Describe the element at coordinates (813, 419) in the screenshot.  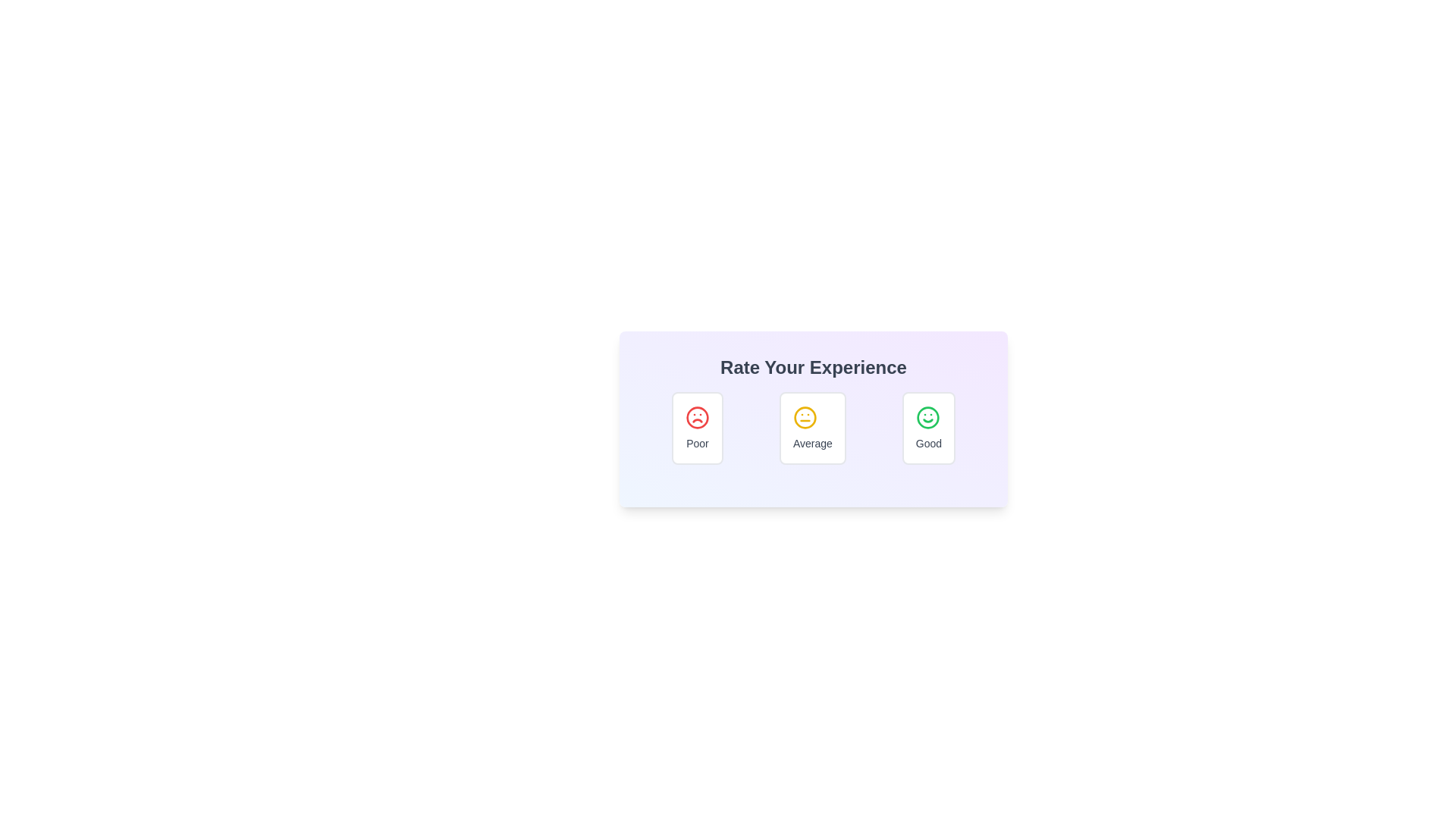
I see `text displayed in the rating card UI component, which allows users to rate their experience with options: Poor, Average, or Good` at that location.